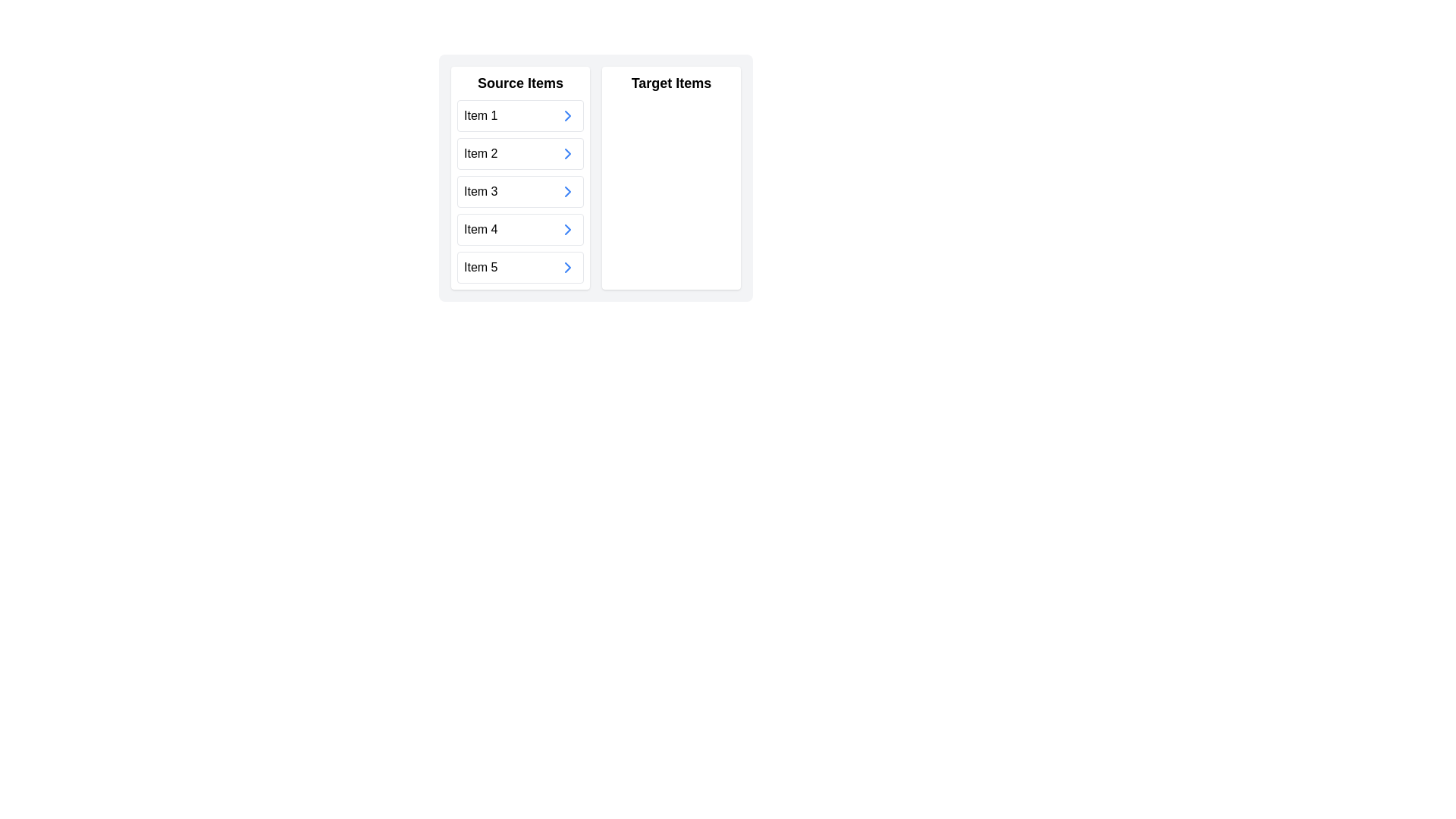 The height and width of the screenshot is (819, 1456). I want to click on the blue rightward chevron icon located adjacent to the text 'Item 2', so click(566, 154).